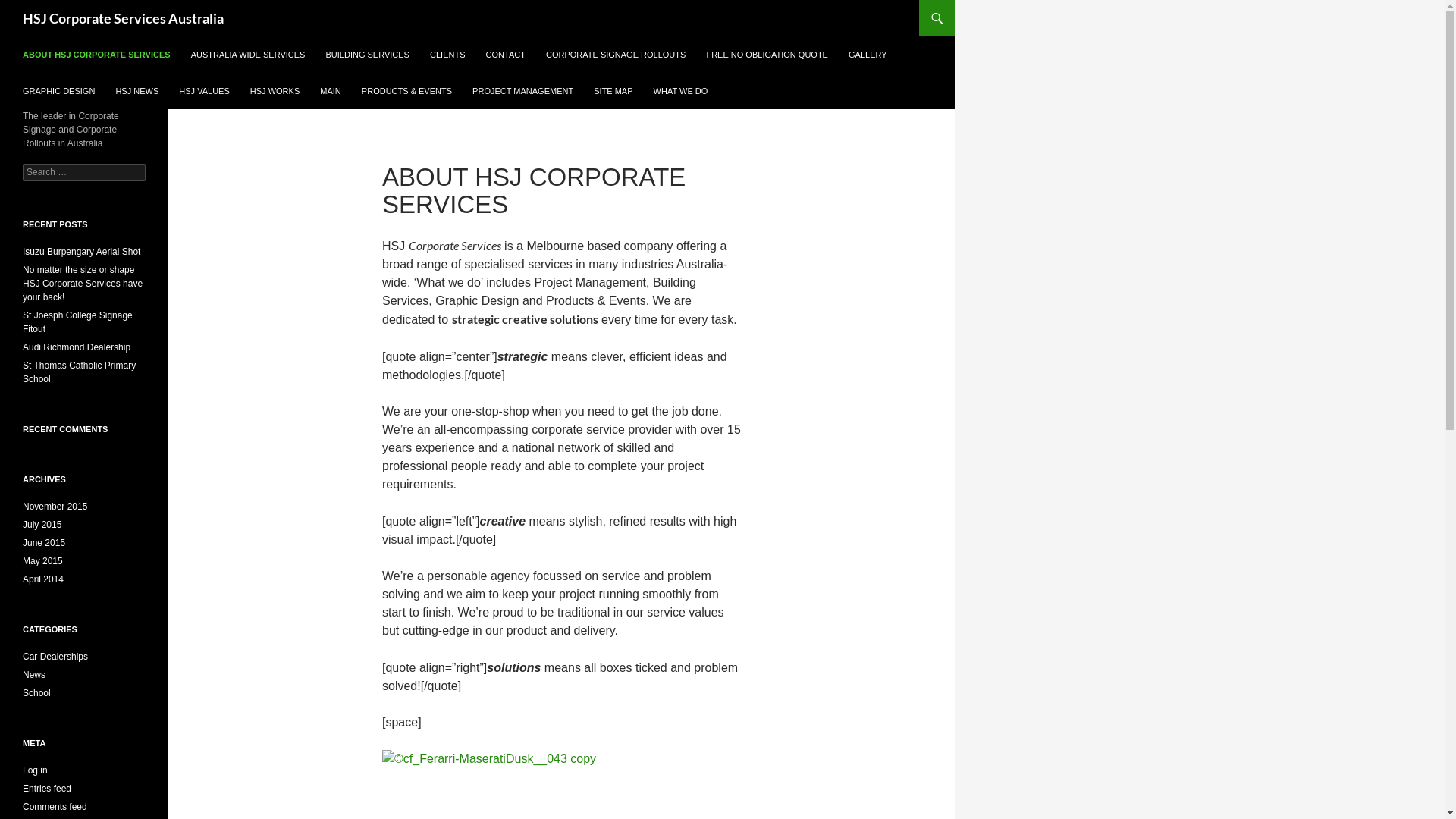  What do you see at coordinates (55, 806) in the screenshot?
I see `'Comments feed'` at bounding box center [55, 806].